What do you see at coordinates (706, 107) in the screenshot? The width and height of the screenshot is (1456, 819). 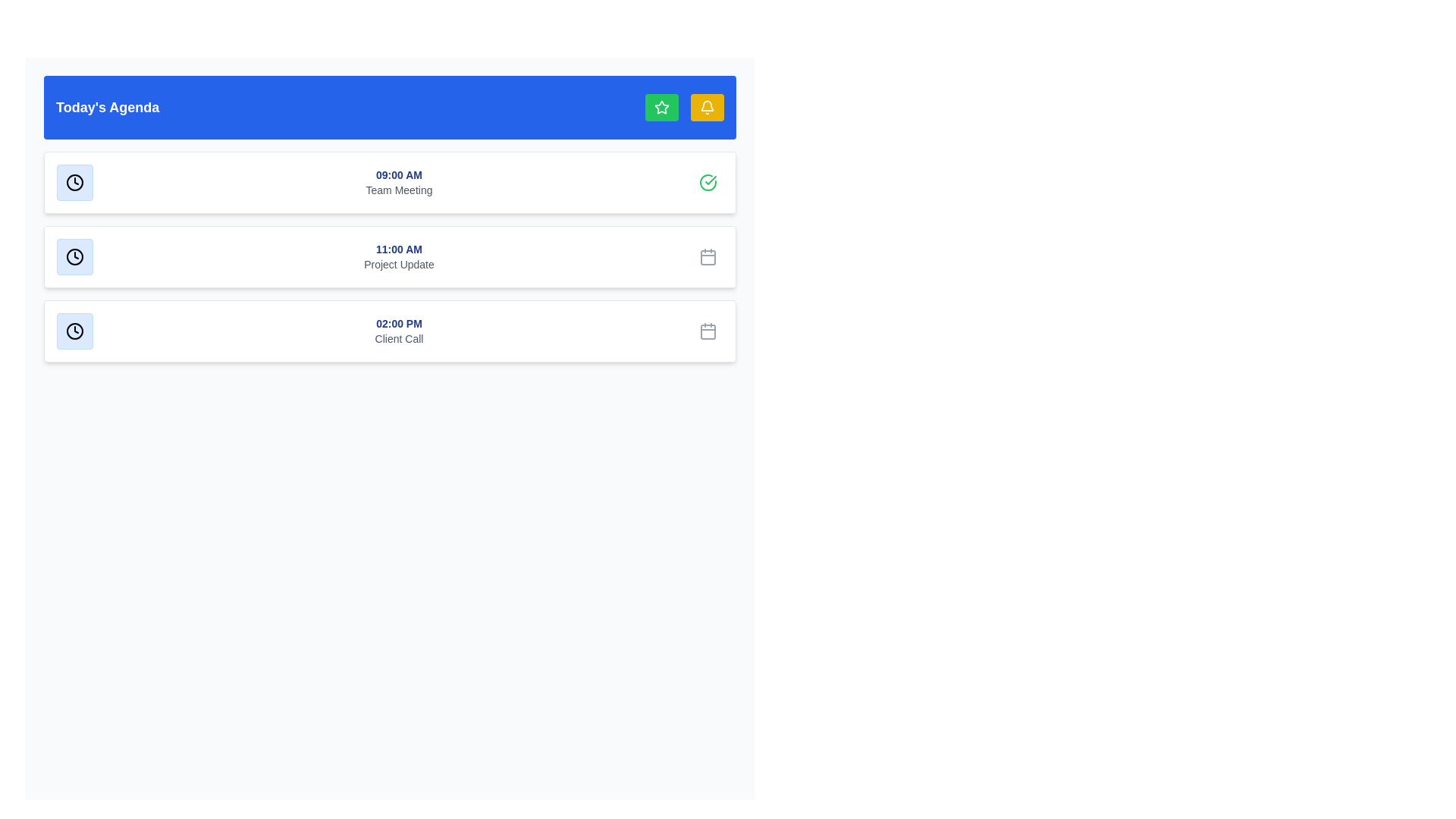 I see `the notification indicator button located in the top right corner of the application interface` at bounding box center [706, 107].